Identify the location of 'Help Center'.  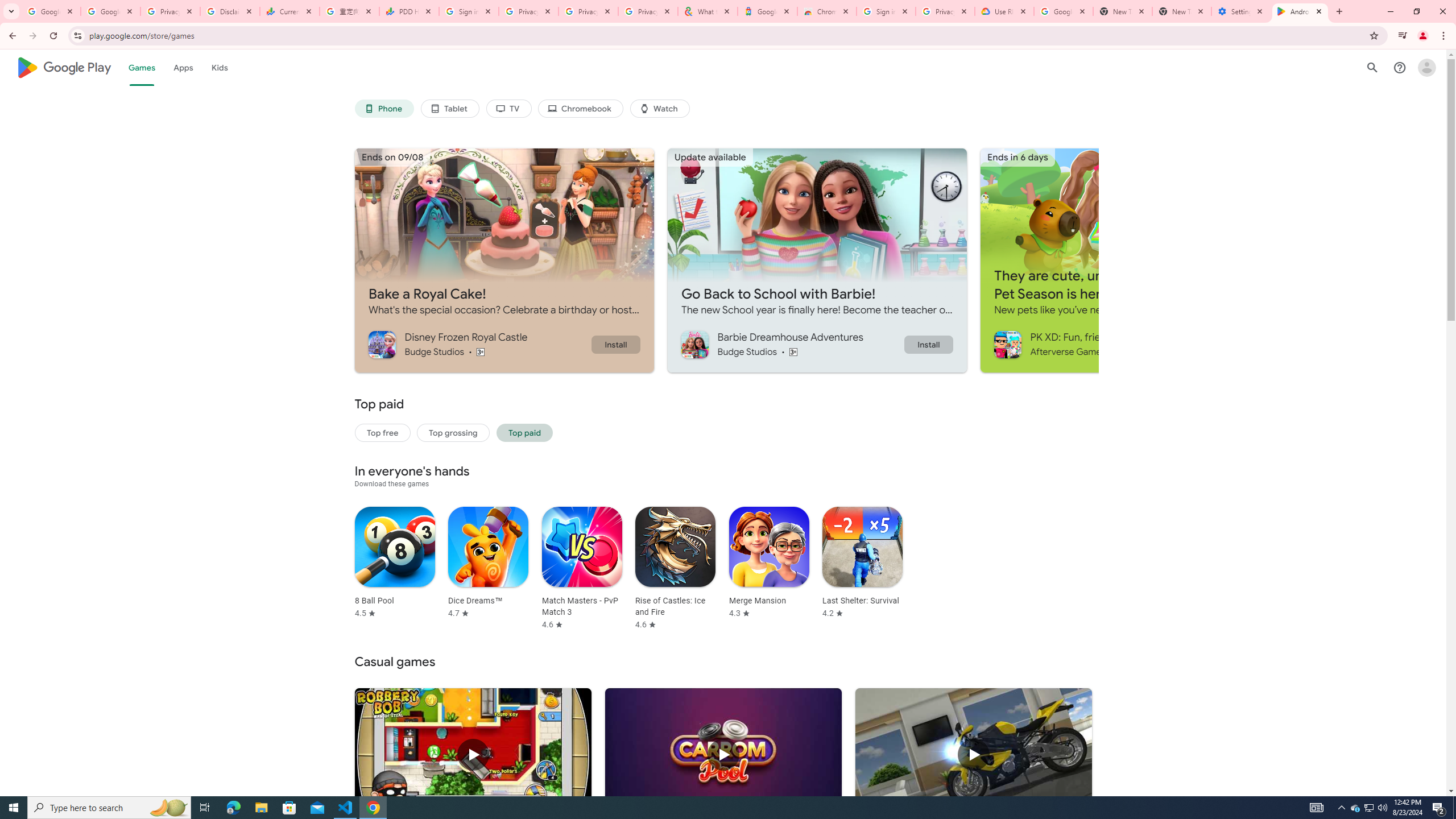
(1400, 67).